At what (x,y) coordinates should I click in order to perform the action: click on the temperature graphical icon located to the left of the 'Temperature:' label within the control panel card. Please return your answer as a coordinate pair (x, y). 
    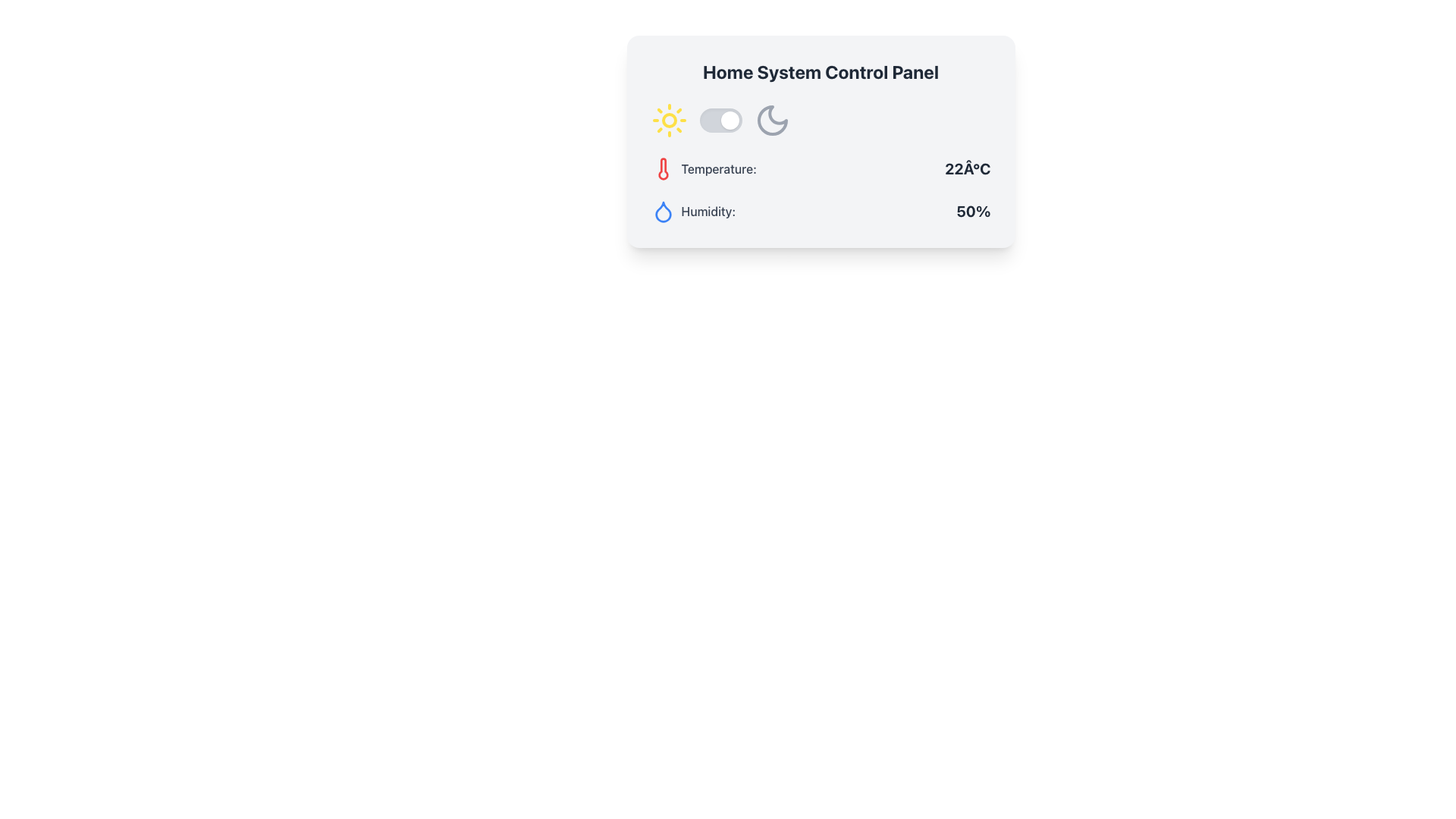
    Looking at the image, I should click on (663, 169).